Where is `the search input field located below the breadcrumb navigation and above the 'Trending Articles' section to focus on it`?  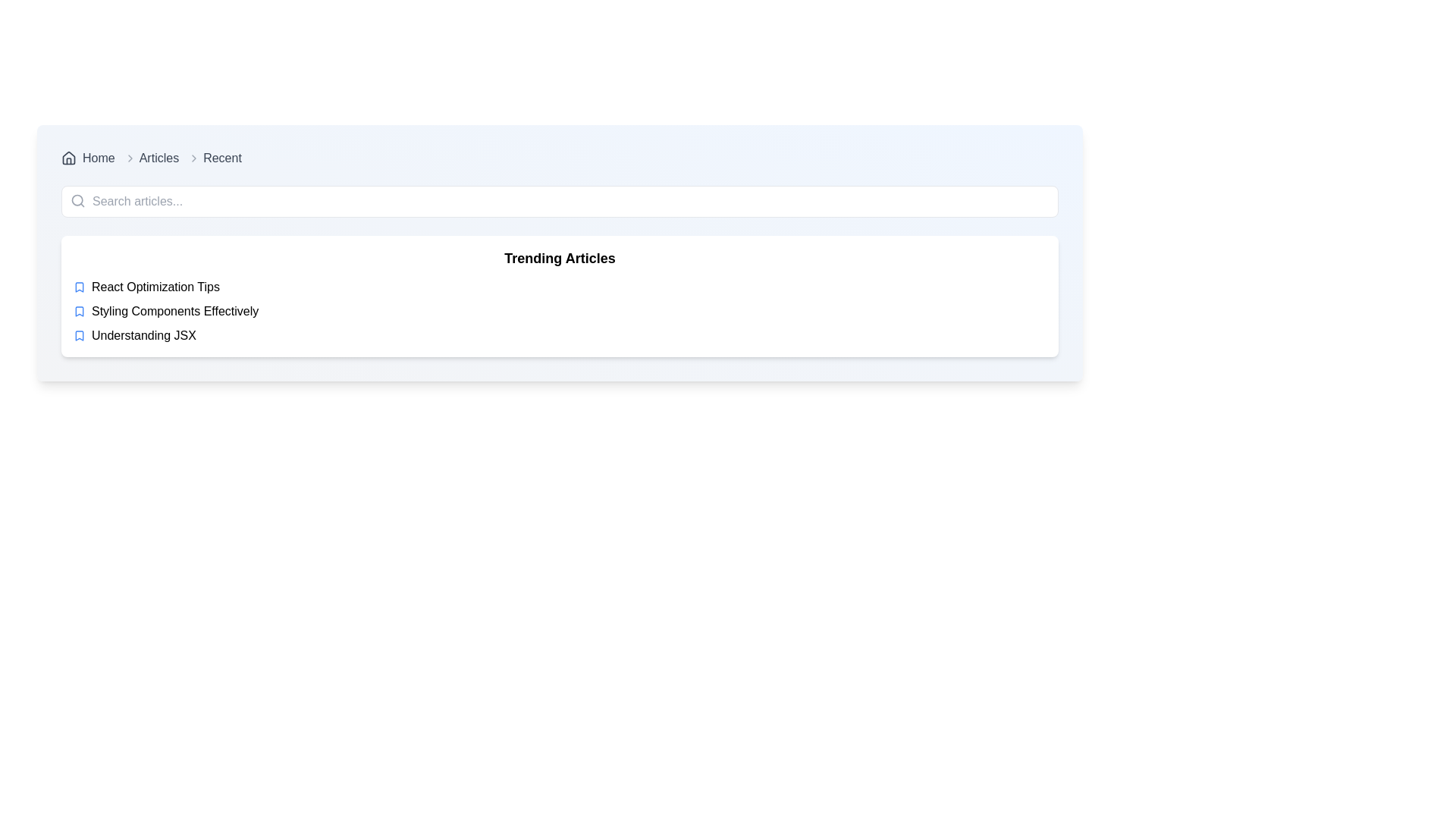 the search input field located below the breadcrumb navigation and above the 'Trending Articles' section to focus on it is located at coordinates (559, 201).